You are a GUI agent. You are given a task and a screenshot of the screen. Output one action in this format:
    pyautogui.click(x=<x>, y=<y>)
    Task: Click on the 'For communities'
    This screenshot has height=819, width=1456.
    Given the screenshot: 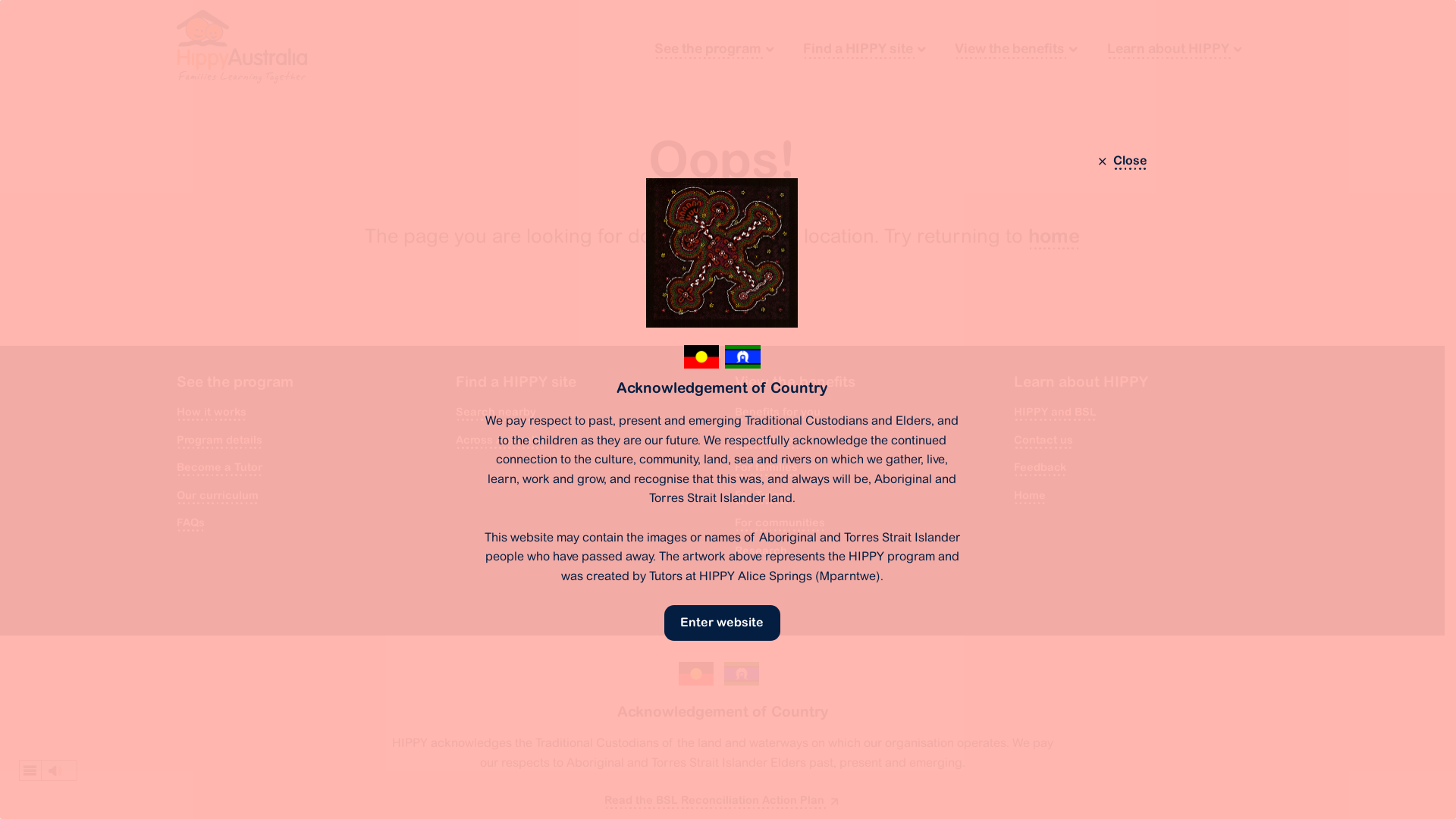 What is the action you would take?
    pyautogui.click(x=779, y=522)
    